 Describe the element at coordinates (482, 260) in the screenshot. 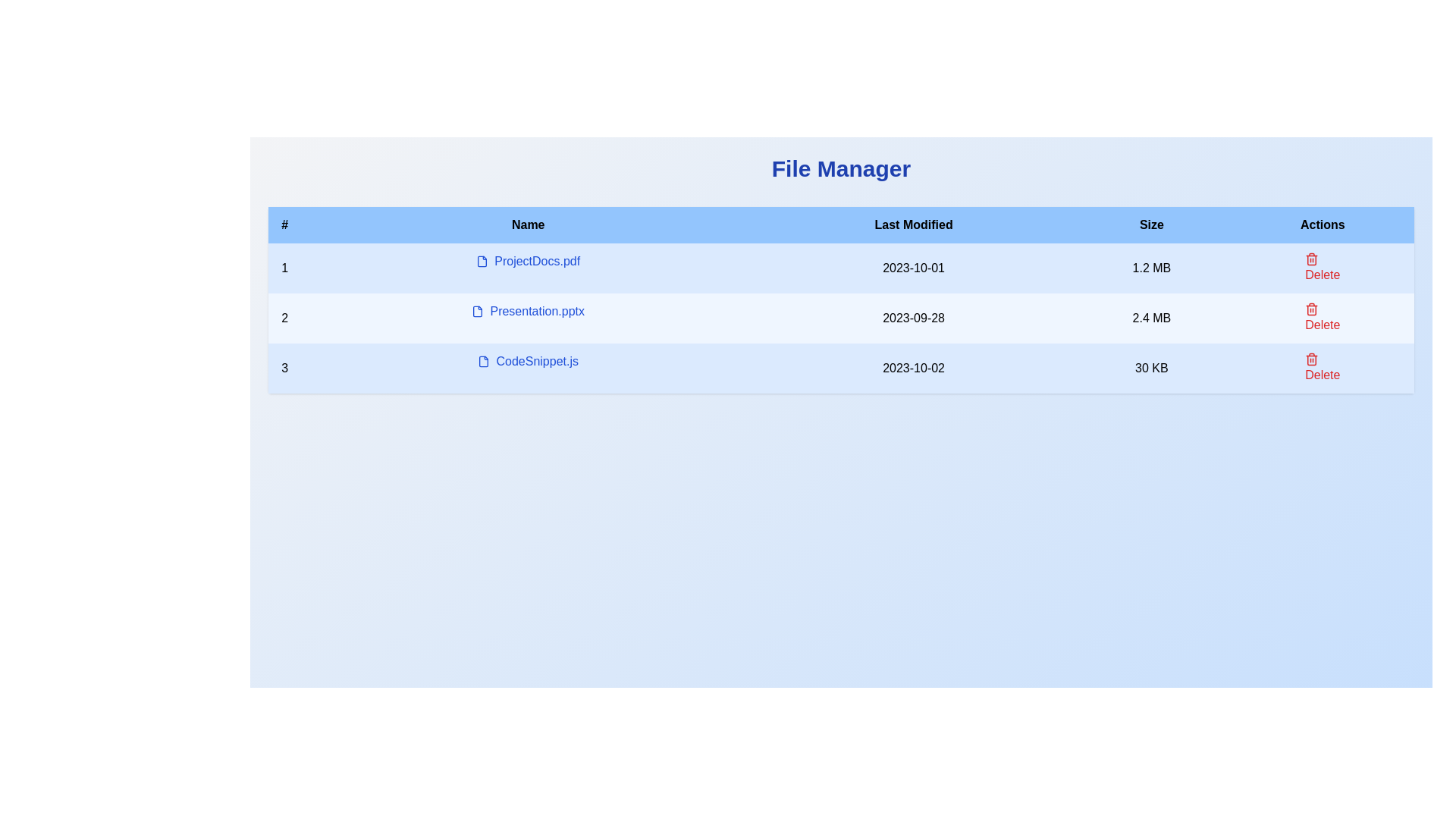

I see `the icon representing the file type for 'ProjectDocs.pdf' located in the first row of the table, adjacent to the file name text` at that location.